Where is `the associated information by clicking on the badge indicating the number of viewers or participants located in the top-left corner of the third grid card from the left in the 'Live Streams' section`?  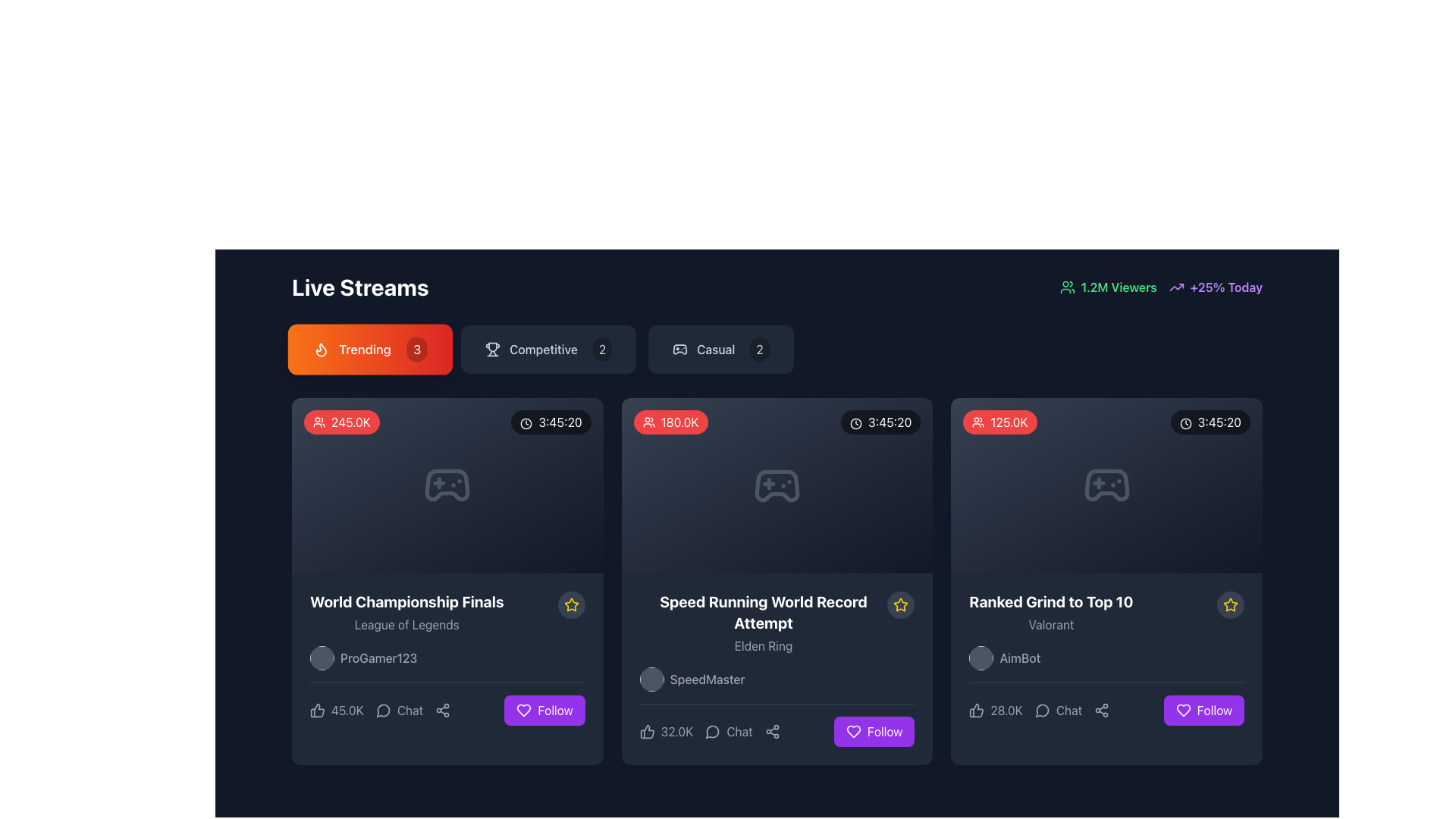 the associated information by clicking on the badge indicating the number of viewers or participants located in the top-left corner of the third grid card from the left in the 'Live Streams' section is located at coordinates (1000, 422).